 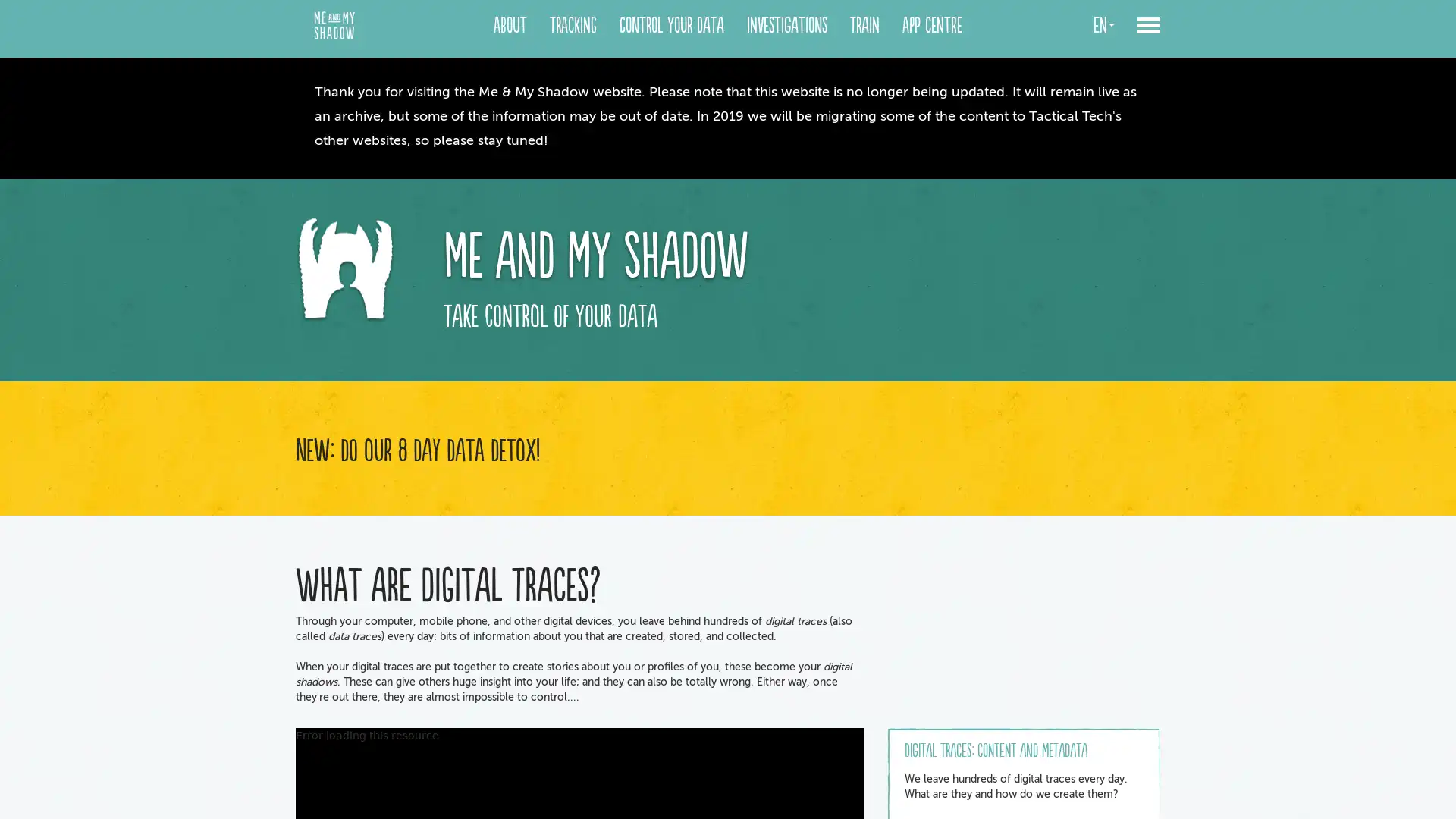 I want to click on toggle menu, so click(x=1149, y=27).